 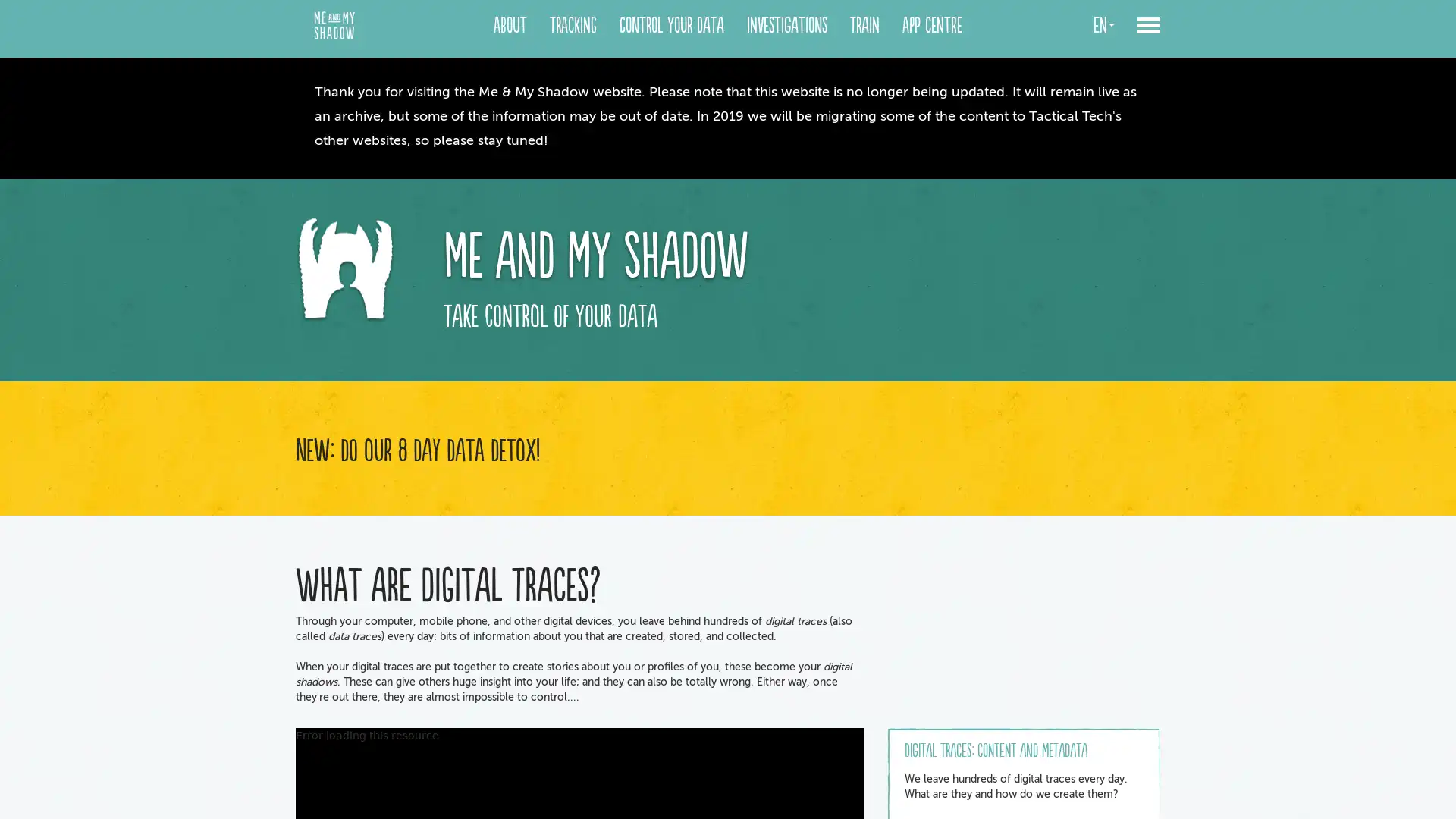 I want to click on toggle menu, so click(x=1149, y=27).